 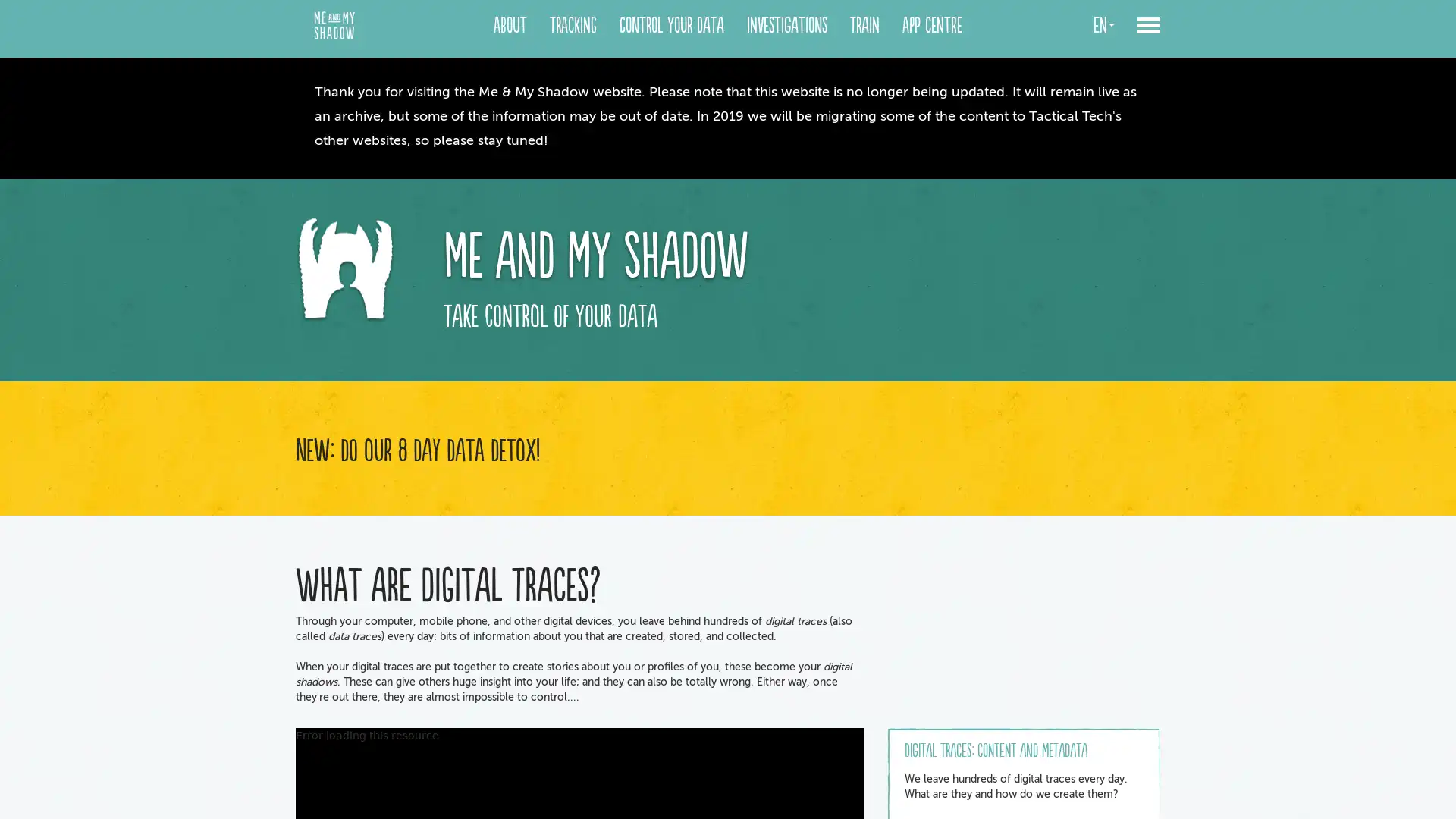 I want to click on toggle menu, so click(x=1149, y=27).